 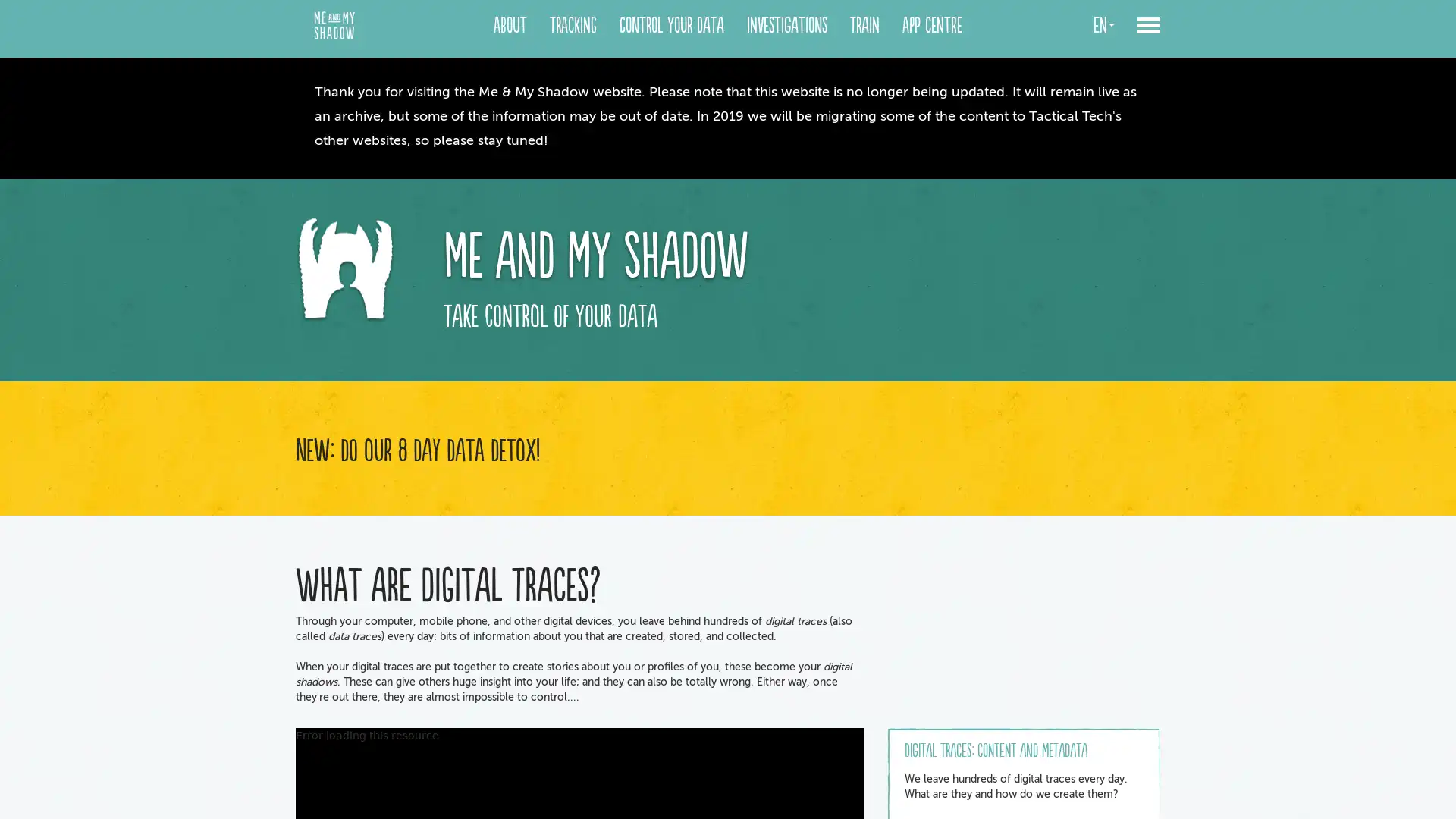 I want to click on toggle menu, so click(x=1149, y=27).